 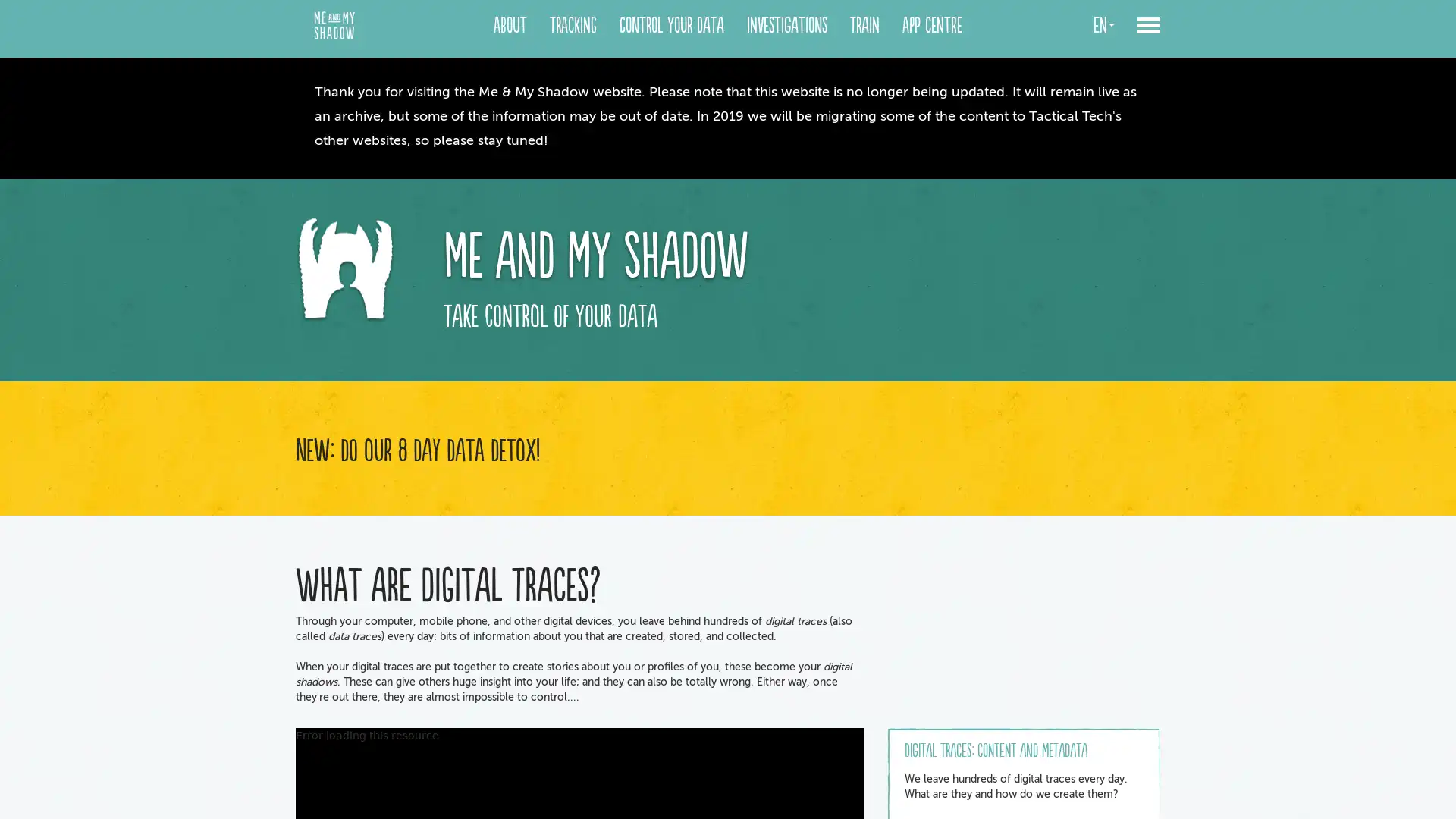 I want to click on toggle menu, so click(x=1149, y=27).